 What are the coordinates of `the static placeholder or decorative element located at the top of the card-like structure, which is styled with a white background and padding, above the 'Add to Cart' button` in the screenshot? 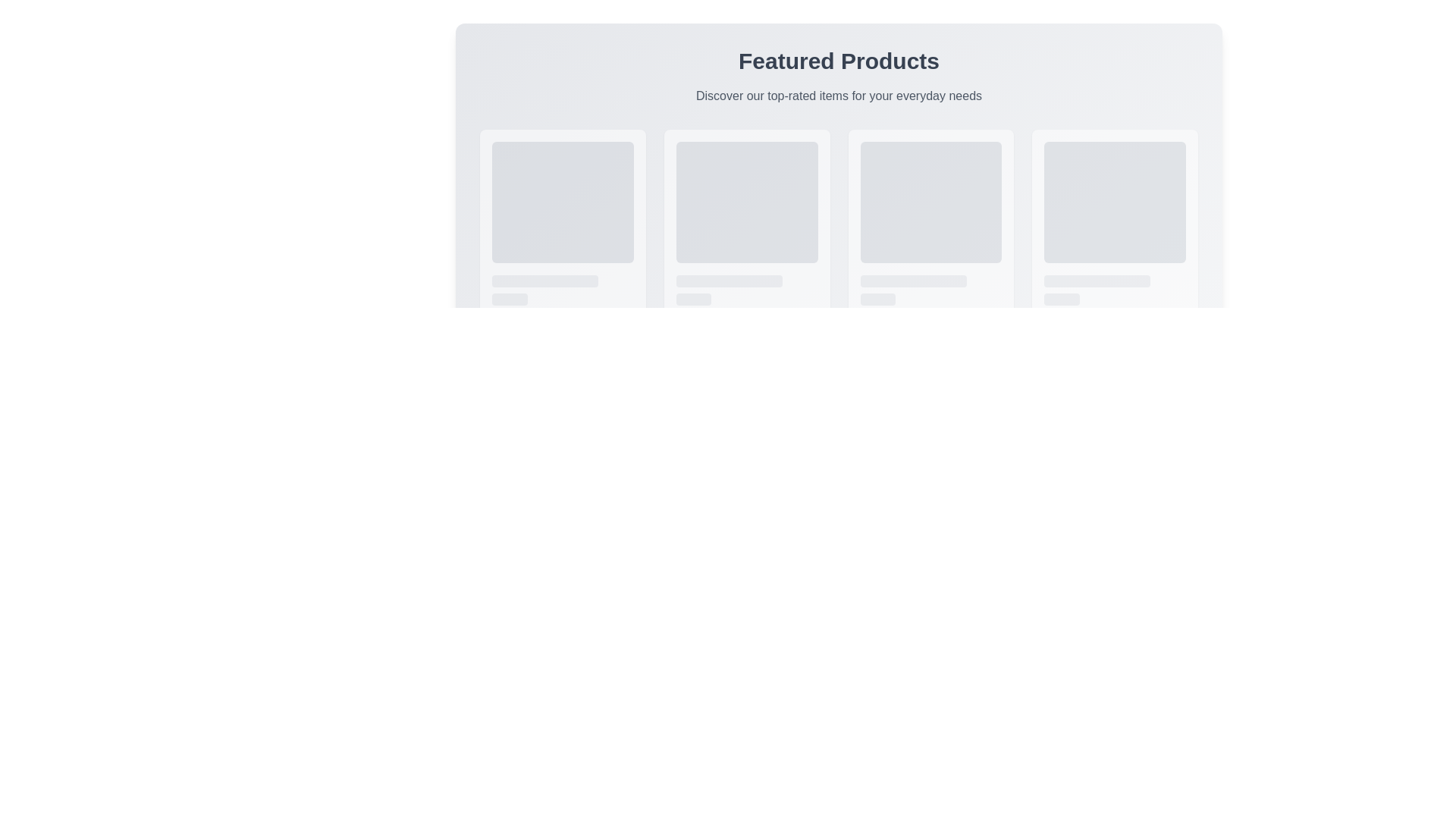 It's located at (1115, 201).